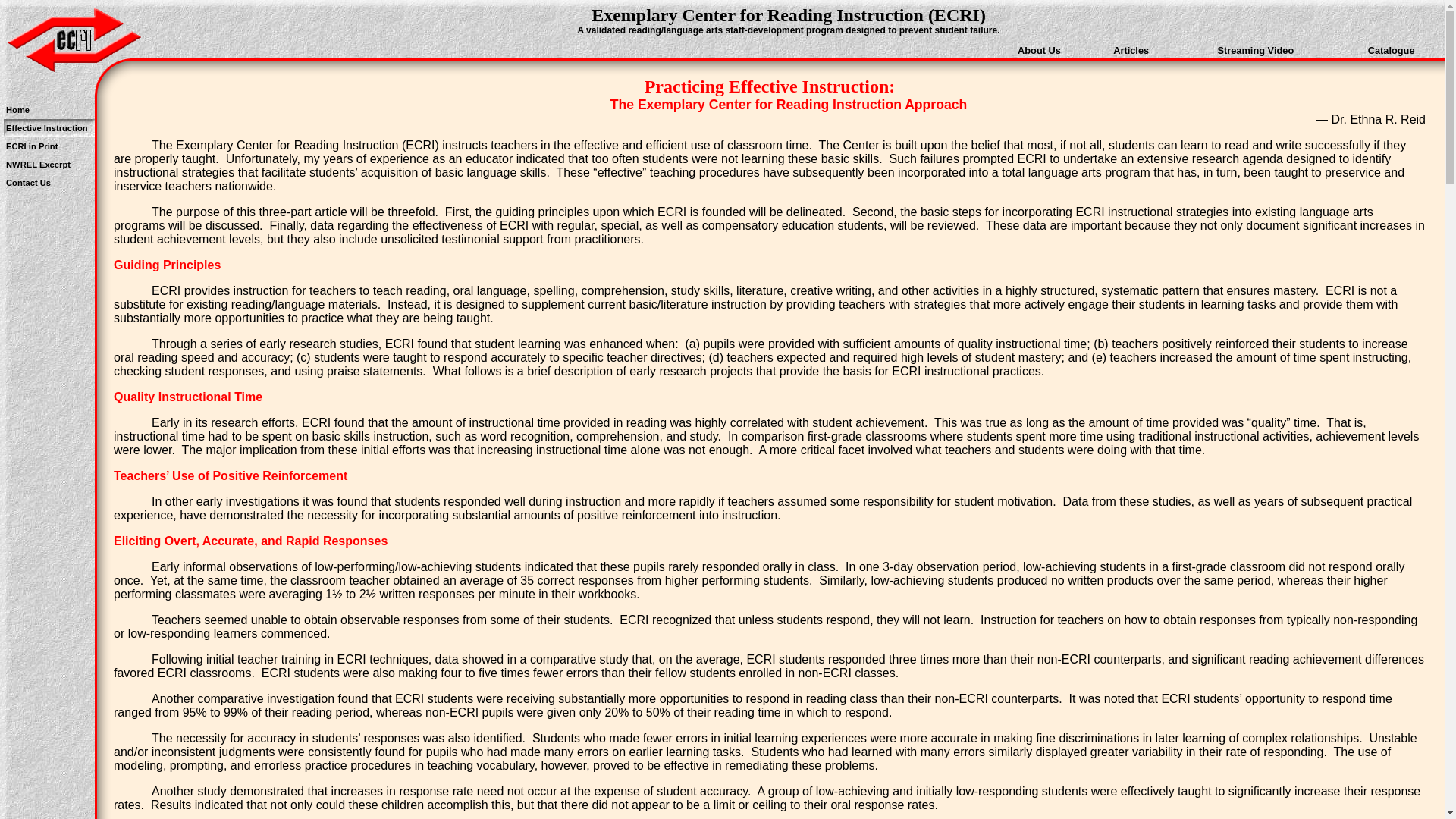 Image resolution: width=1456 pixels, height=819 pixels. Describe the element at coordinates (28, 181) in the screenshot. I see `'Contact Us'` at that location.